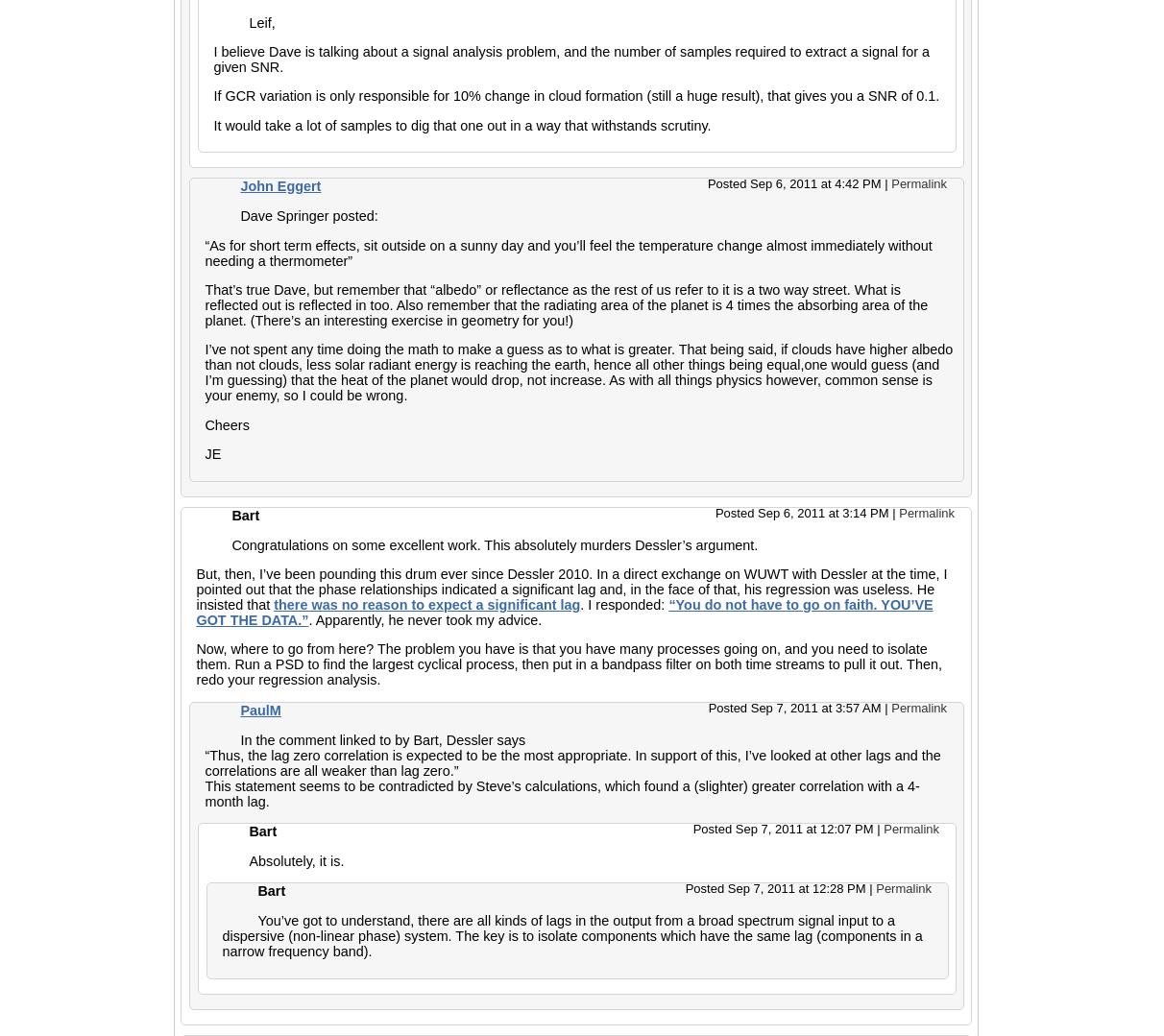 The width and height of the screenshot is (1164, 1036). What do you see at coordinates (578, 372) in the screenshot?
I see `'I’ve not spent any time doing the math to make a guess as to what is greater. That being said, if clouds have higher albedo than not clouds, less solar radiant energy is reaching the earth, hence all other things being equal,one would guess (and I’m guessing) that the heat of the planet would drop, not increase. As with all things physics however, common sense is your enemy, so I could be wrong.'` at bounding box center [578, 372].